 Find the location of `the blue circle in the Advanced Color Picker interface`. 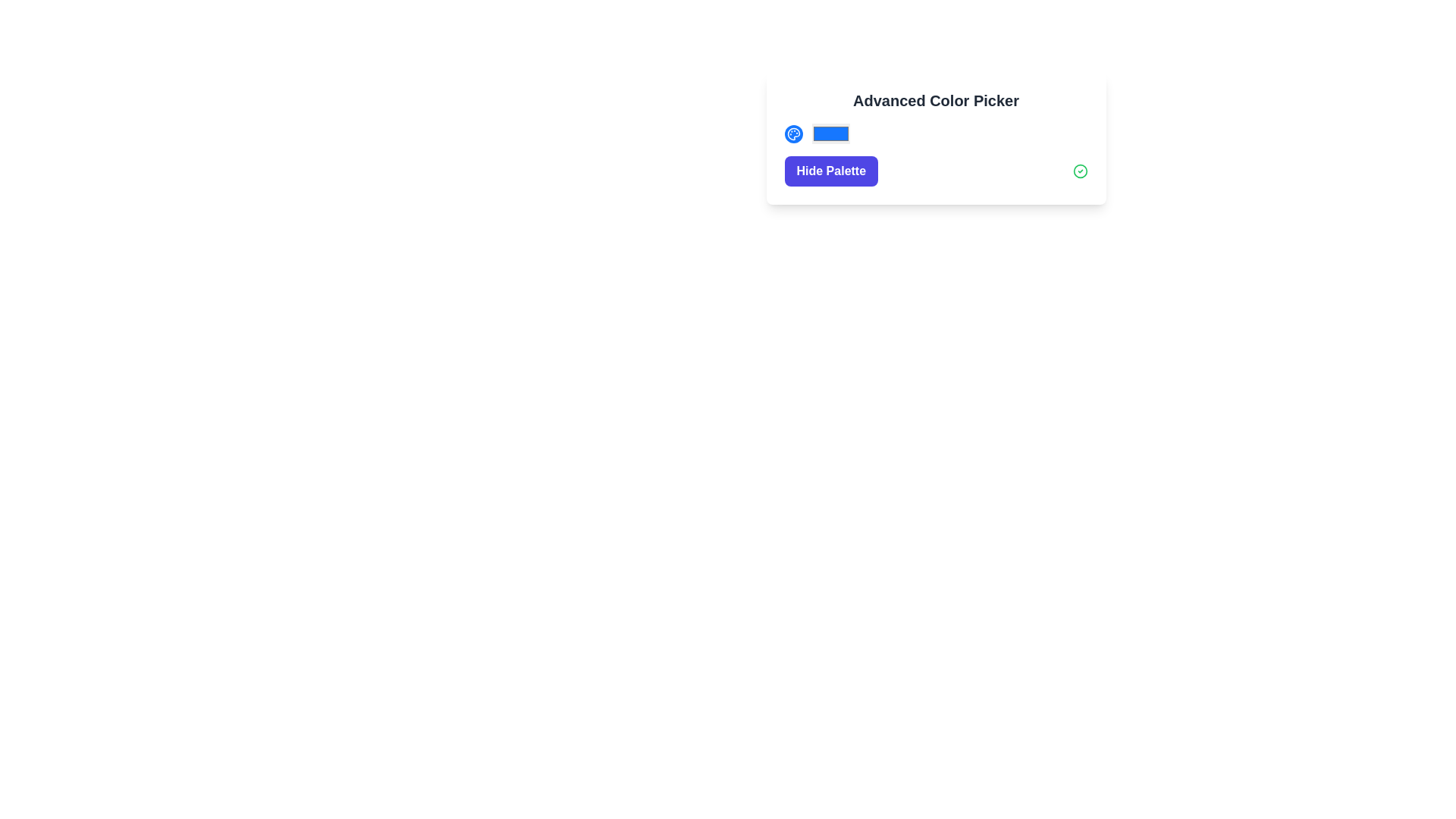

the blue circle in the Advanced Color Picker interface is located at coordinates (935, 133).